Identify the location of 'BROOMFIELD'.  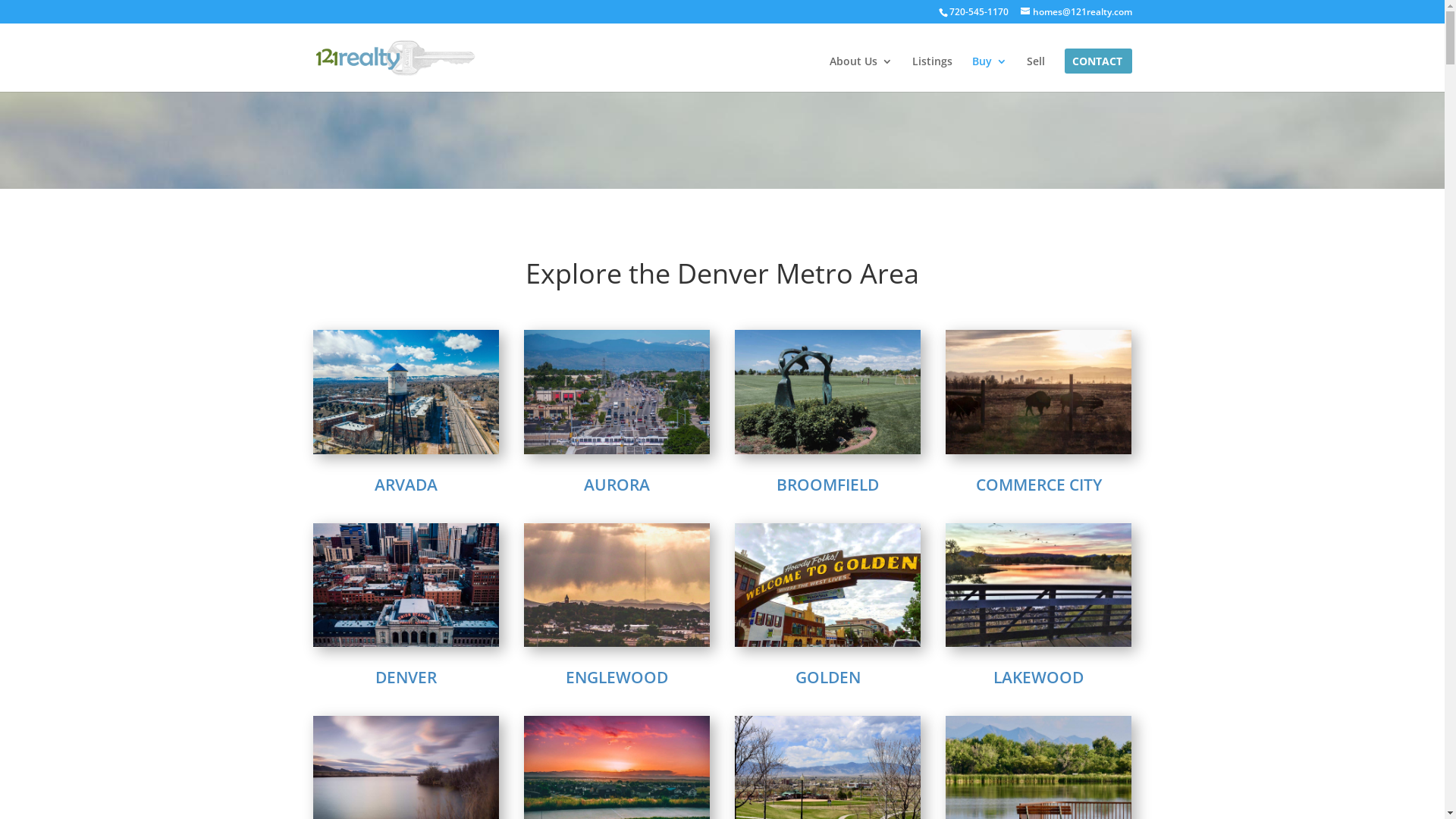
(776, 485).